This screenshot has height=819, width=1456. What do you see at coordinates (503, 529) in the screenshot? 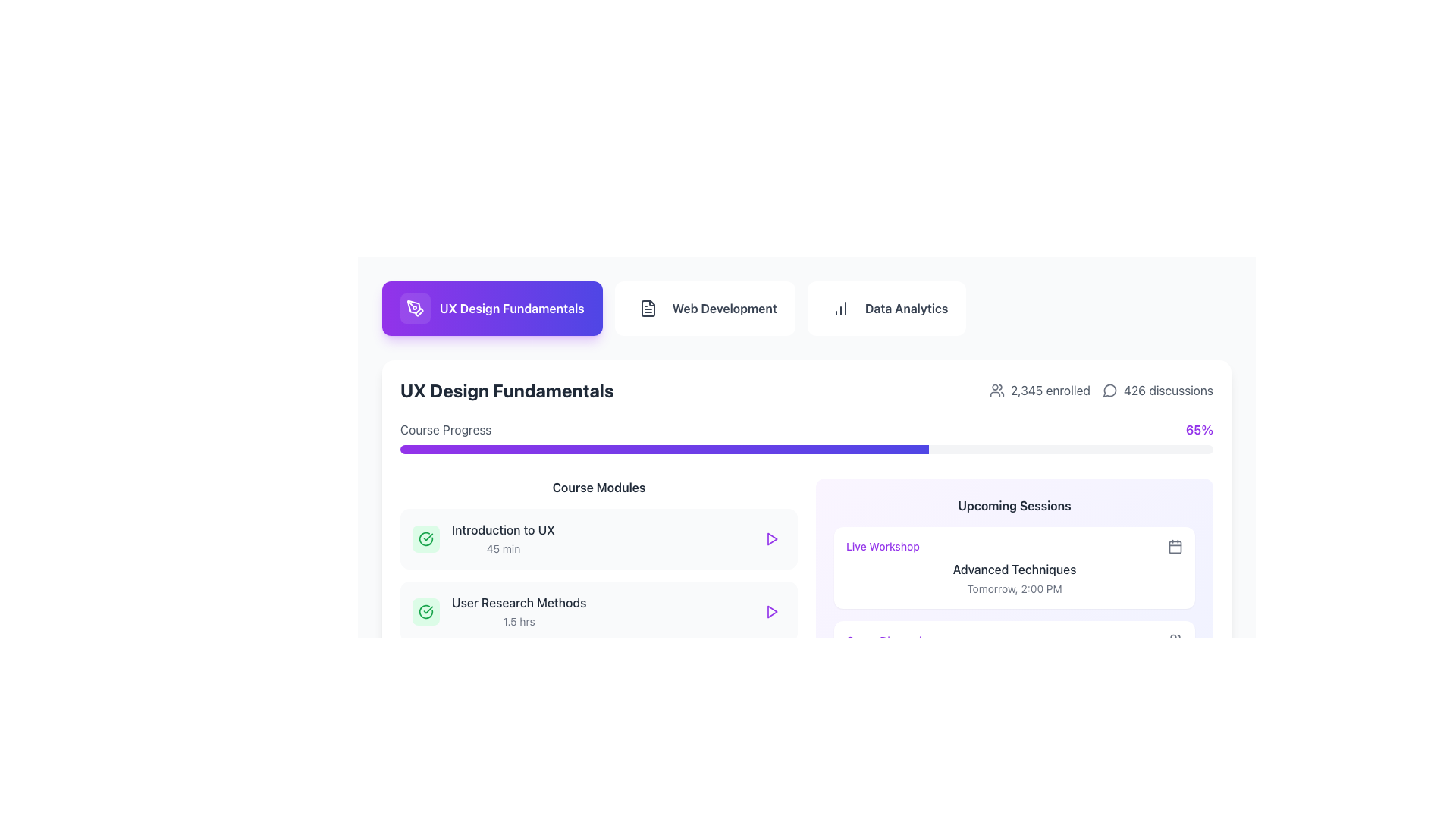
I see `the text label displaying 'Introduction to UX' located in the 'Course Modules' section under 'UX Design Fundamentals'` at bounding box center [503, 529].